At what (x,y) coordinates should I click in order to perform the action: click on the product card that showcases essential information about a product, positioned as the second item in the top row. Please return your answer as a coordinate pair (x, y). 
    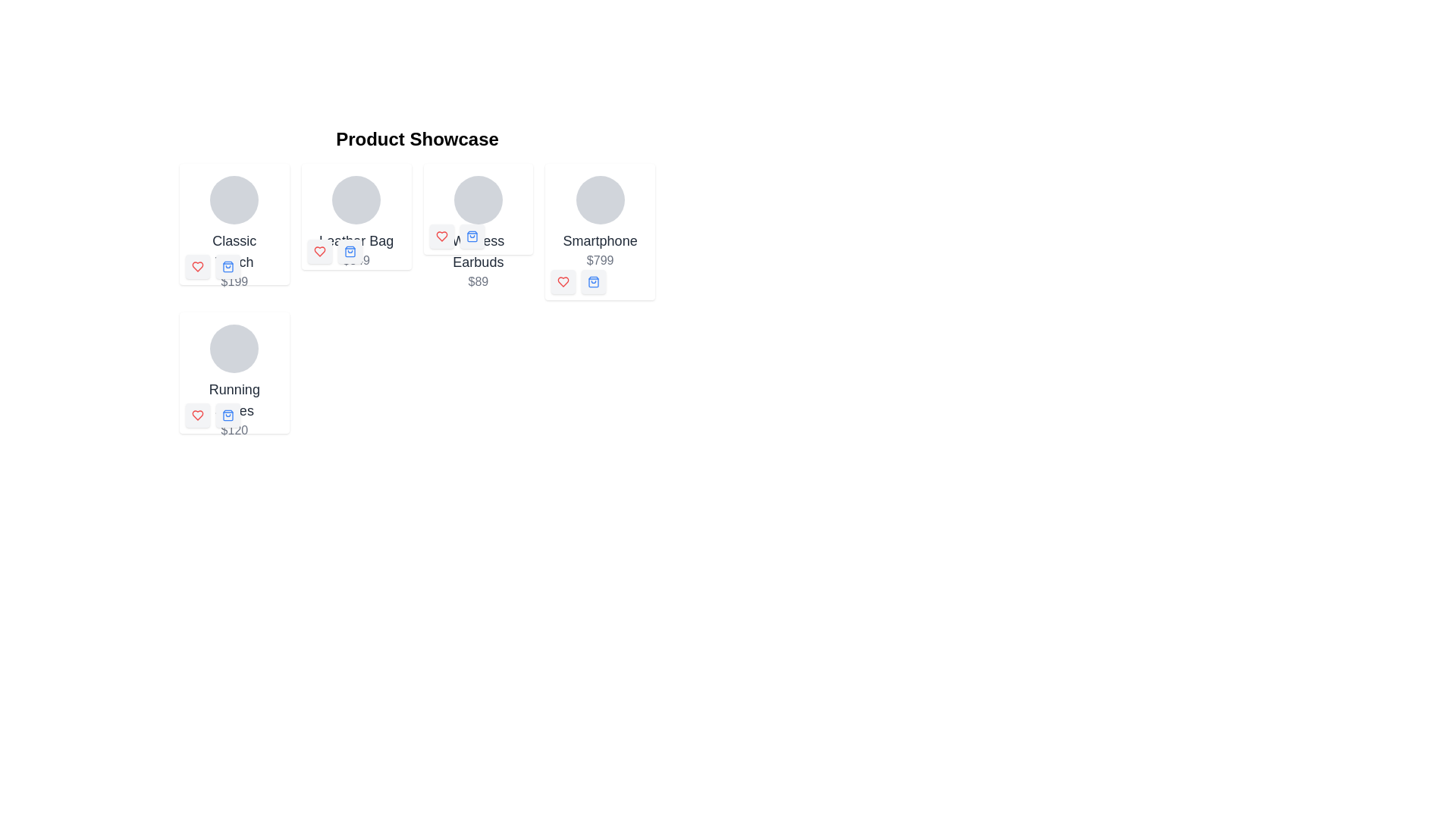
    Looking at the image, I should click on (356, 216).